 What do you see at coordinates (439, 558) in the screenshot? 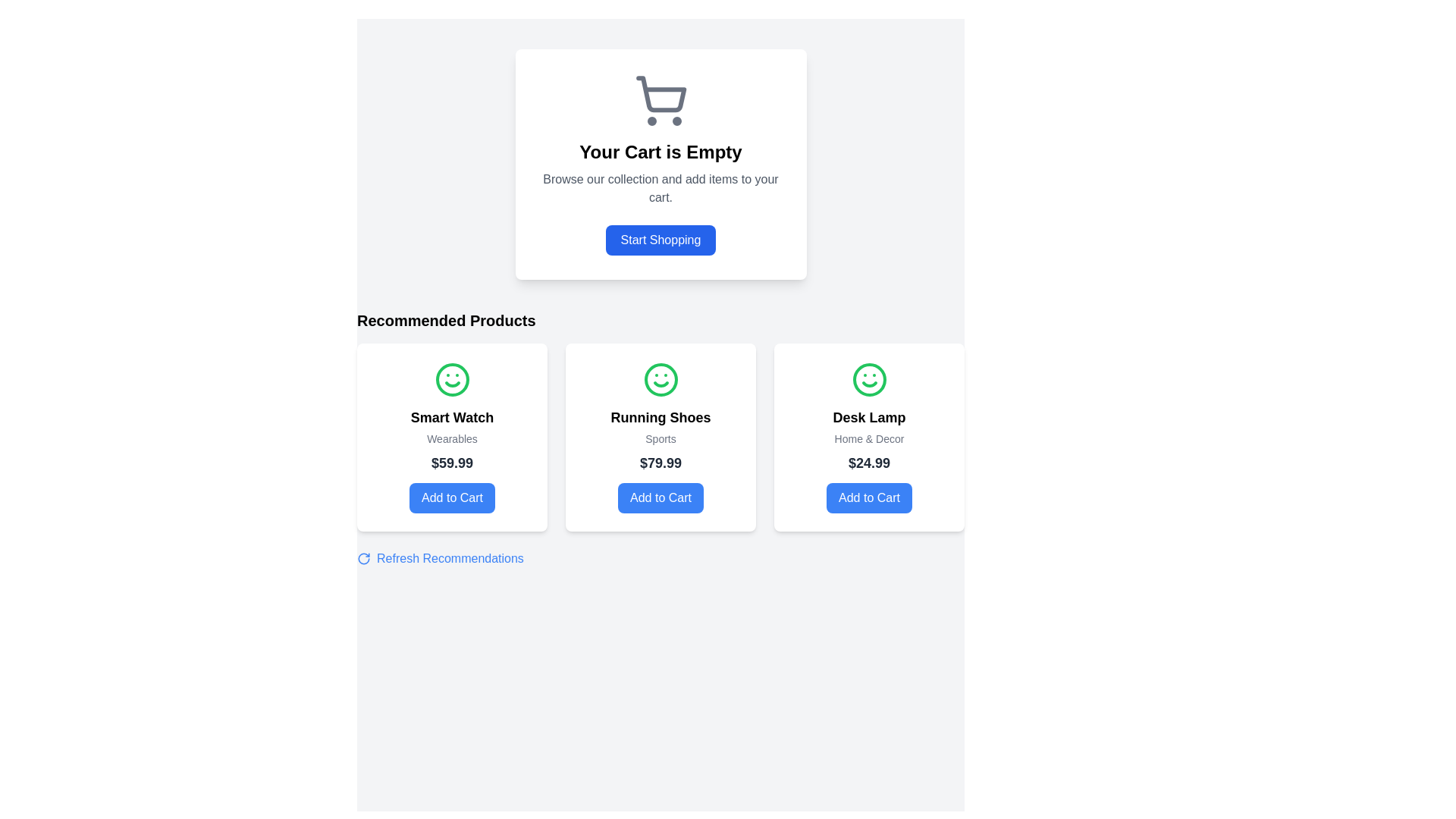
I see `the 'Refresh Recommendations' link with icon located at the bottom of the 'Recommended Products' section` at bounding box center [439, 558].